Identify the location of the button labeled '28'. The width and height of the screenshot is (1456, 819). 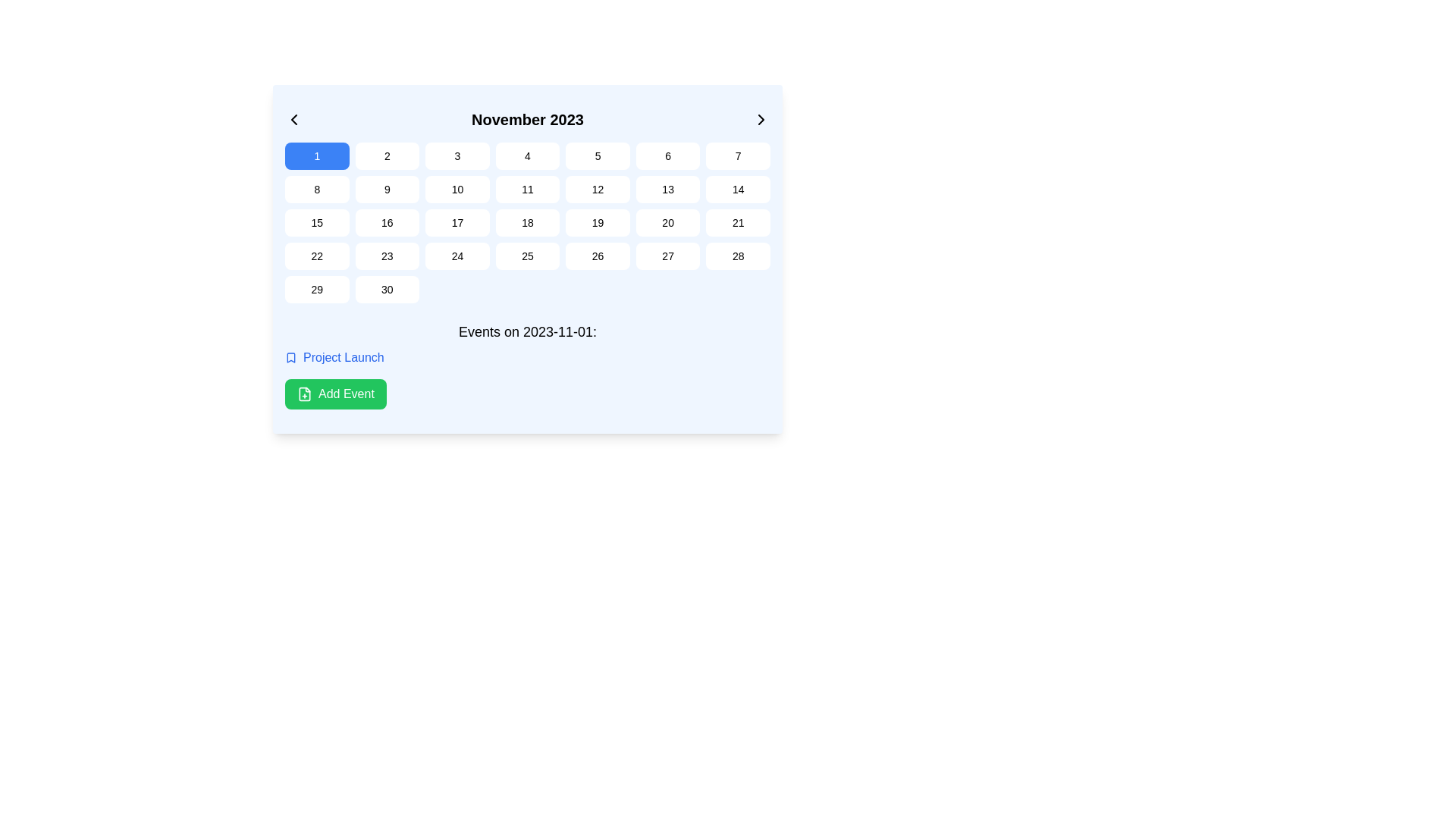
(738, 256).